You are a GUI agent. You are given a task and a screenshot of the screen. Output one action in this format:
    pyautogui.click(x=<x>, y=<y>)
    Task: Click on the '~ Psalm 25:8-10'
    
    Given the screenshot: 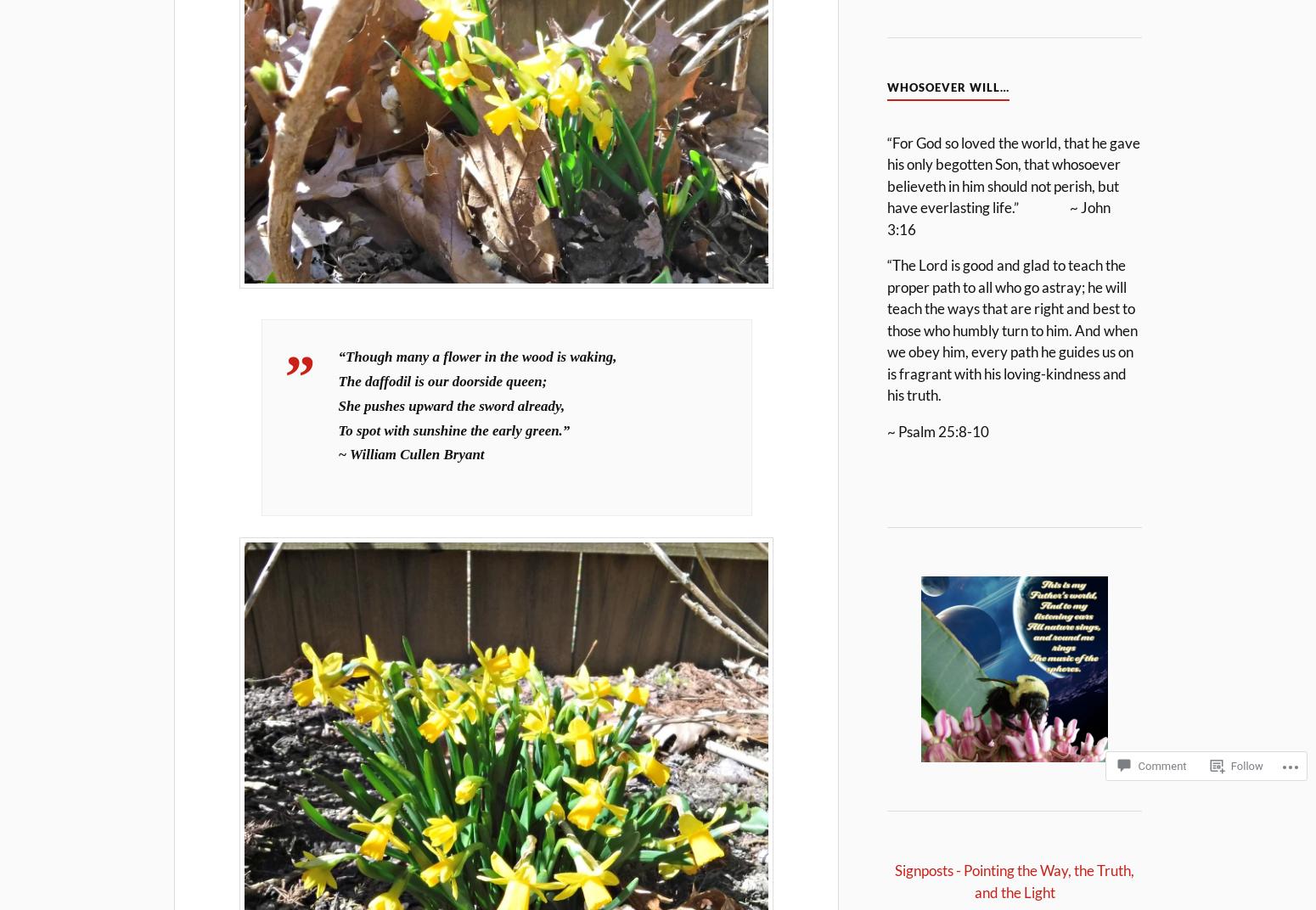 What is the action you would take?
    pyautogui.click(x=887, y=430)
    